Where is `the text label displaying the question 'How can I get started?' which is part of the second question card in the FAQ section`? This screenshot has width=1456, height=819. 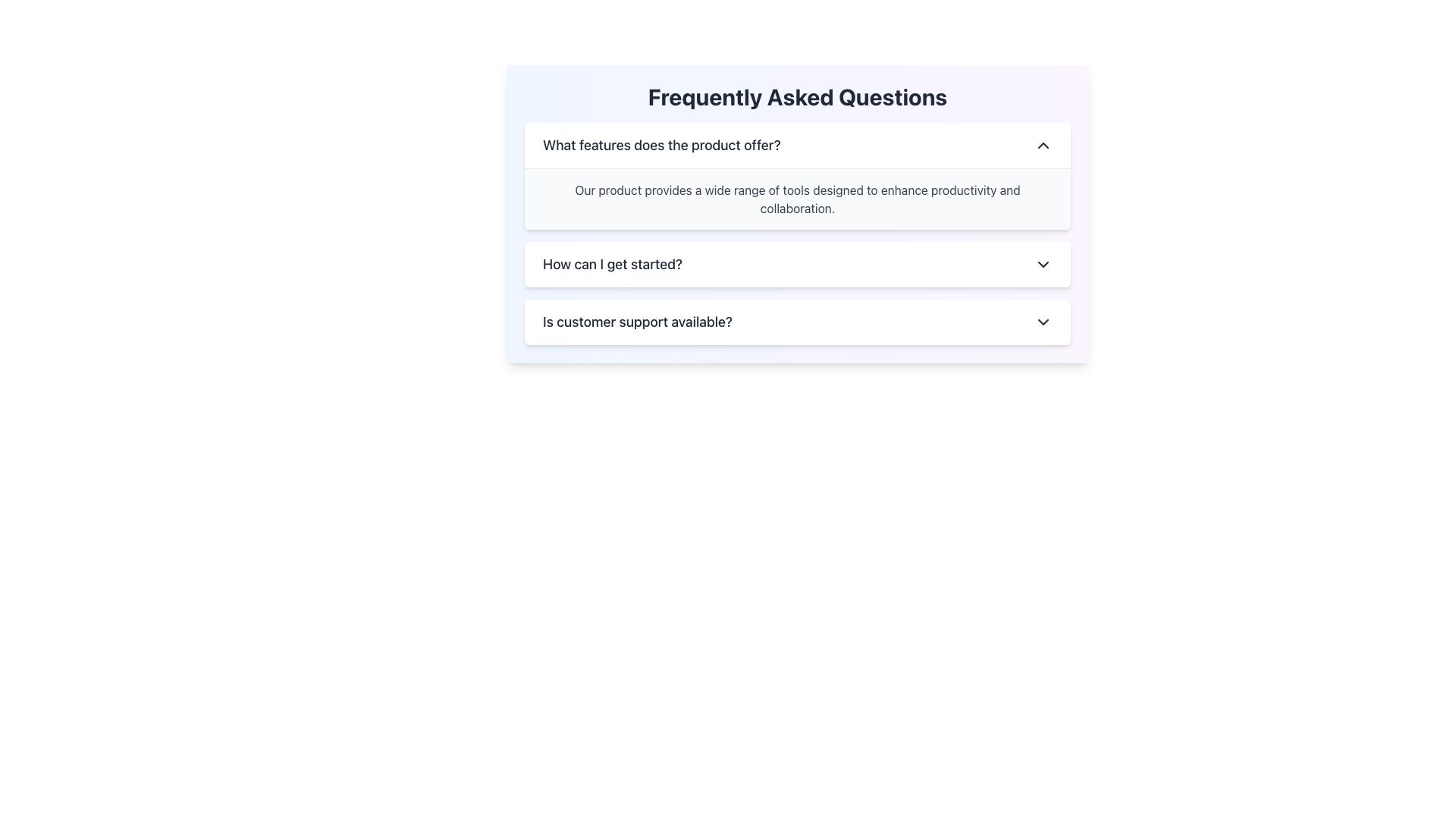 the text label displaying the question 'How can I get started?' which is part of the second question card in the FAQ section is located at coordinates (613, 263).